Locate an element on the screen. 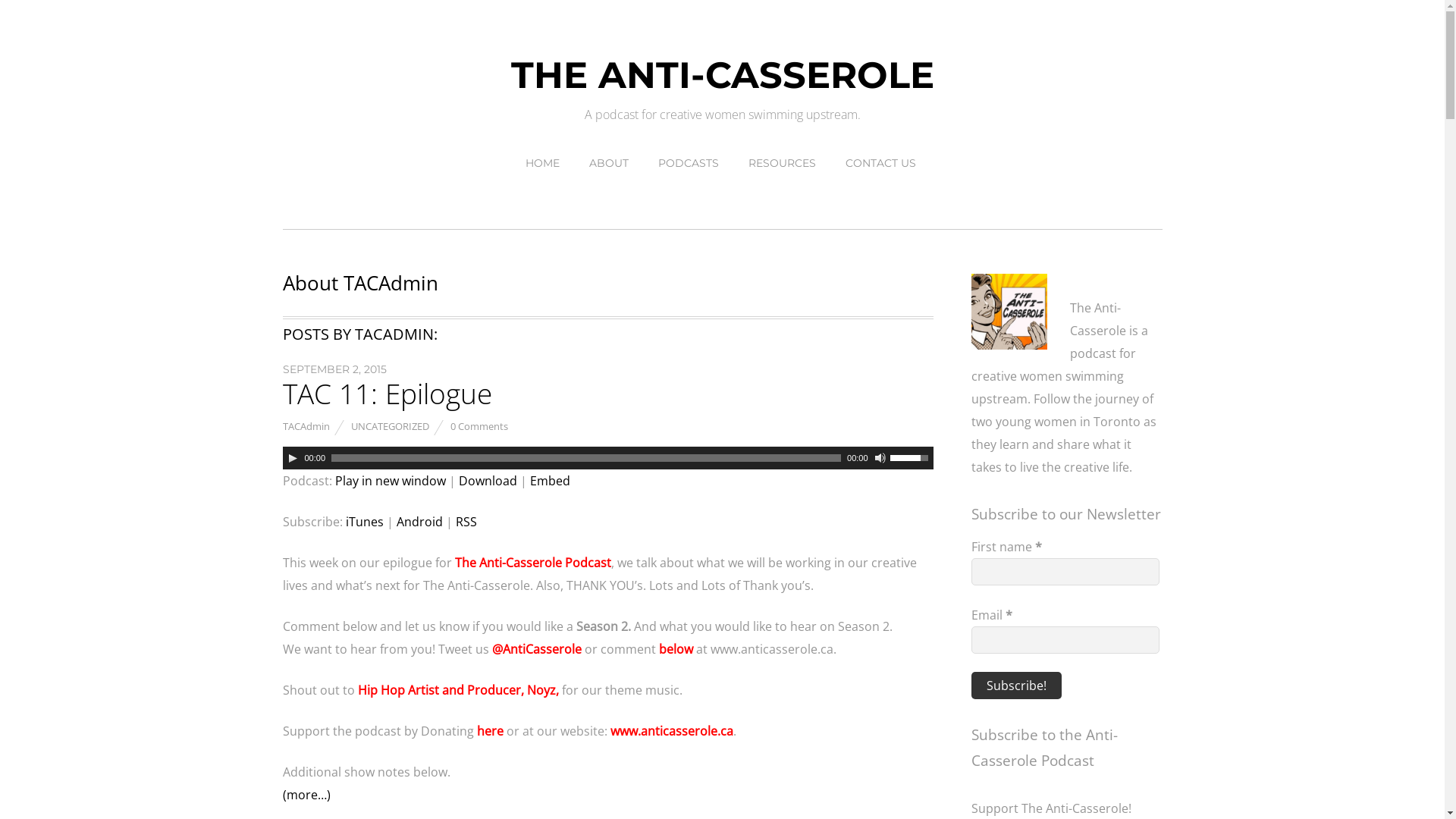 The width and height of the screenshot is (1456, 819). '@AntiCasserole' is located at coordinates (535, 648).